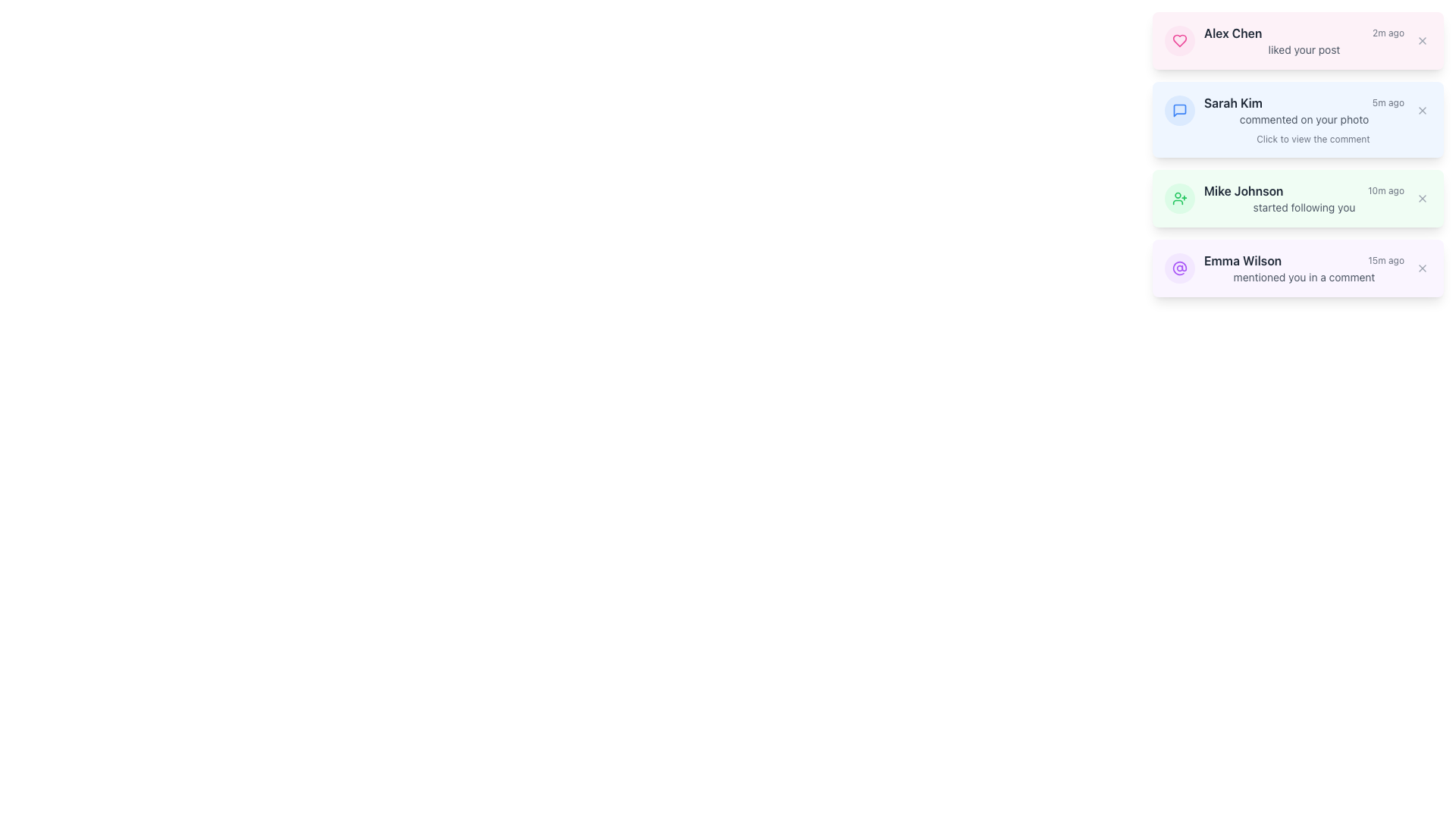 This screenshot has height=819, width=1456. What do you see at coordinates (1233, 102) in the screenshot?
I see `the text label displaying 'Sarah Kim', which is in bold dark gray font and positioned to the left of the timestamp '5m ago' within the second notification card` at bounding box center [1233, 102].